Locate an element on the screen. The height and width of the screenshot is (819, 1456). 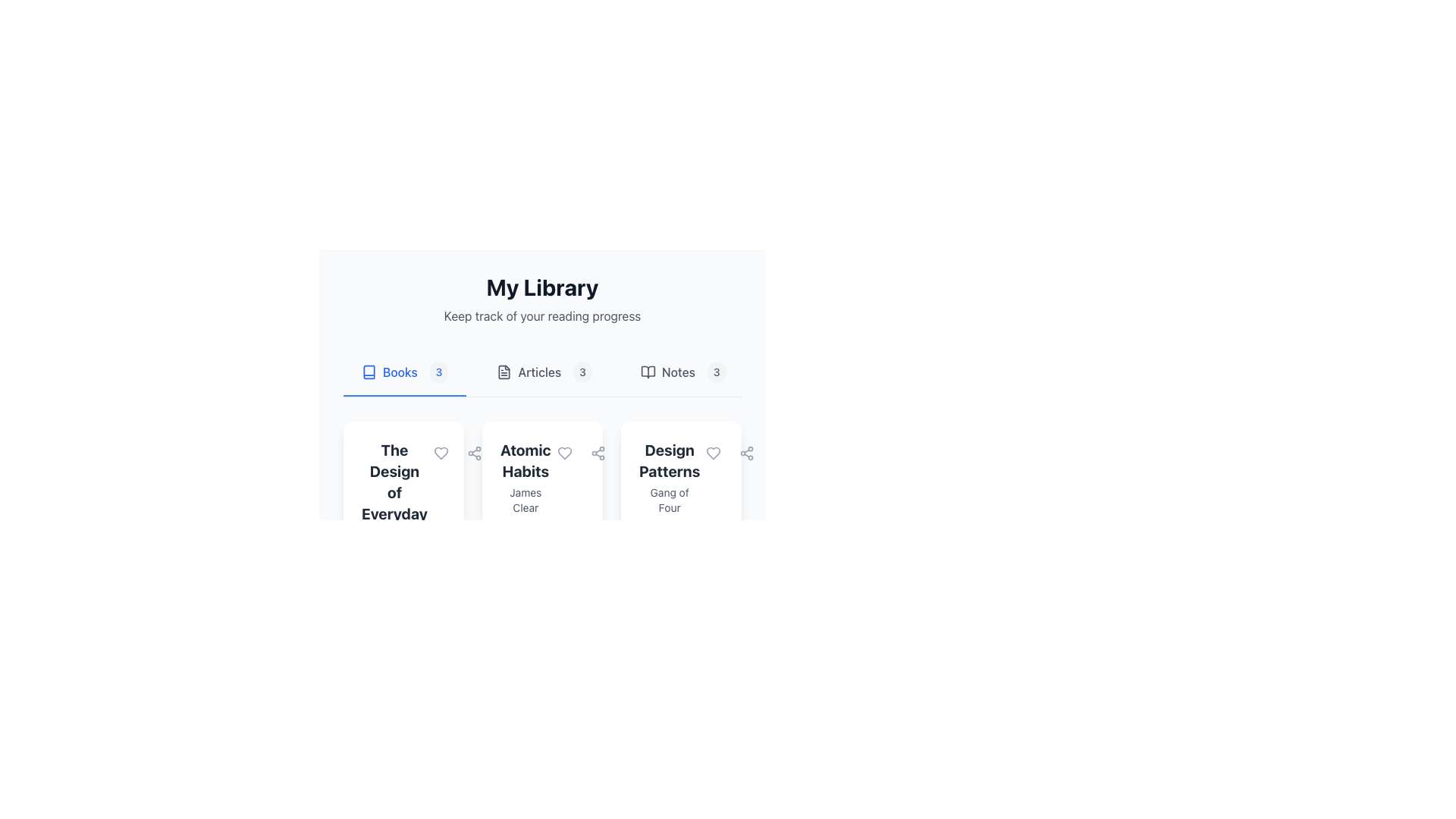
the decorative document icon within the SVG group, which has a rectangular shape with slightly rounded edges and is positioned between the 'Books' and 'Notes' tab indicators is located at coordinates (504, 372).